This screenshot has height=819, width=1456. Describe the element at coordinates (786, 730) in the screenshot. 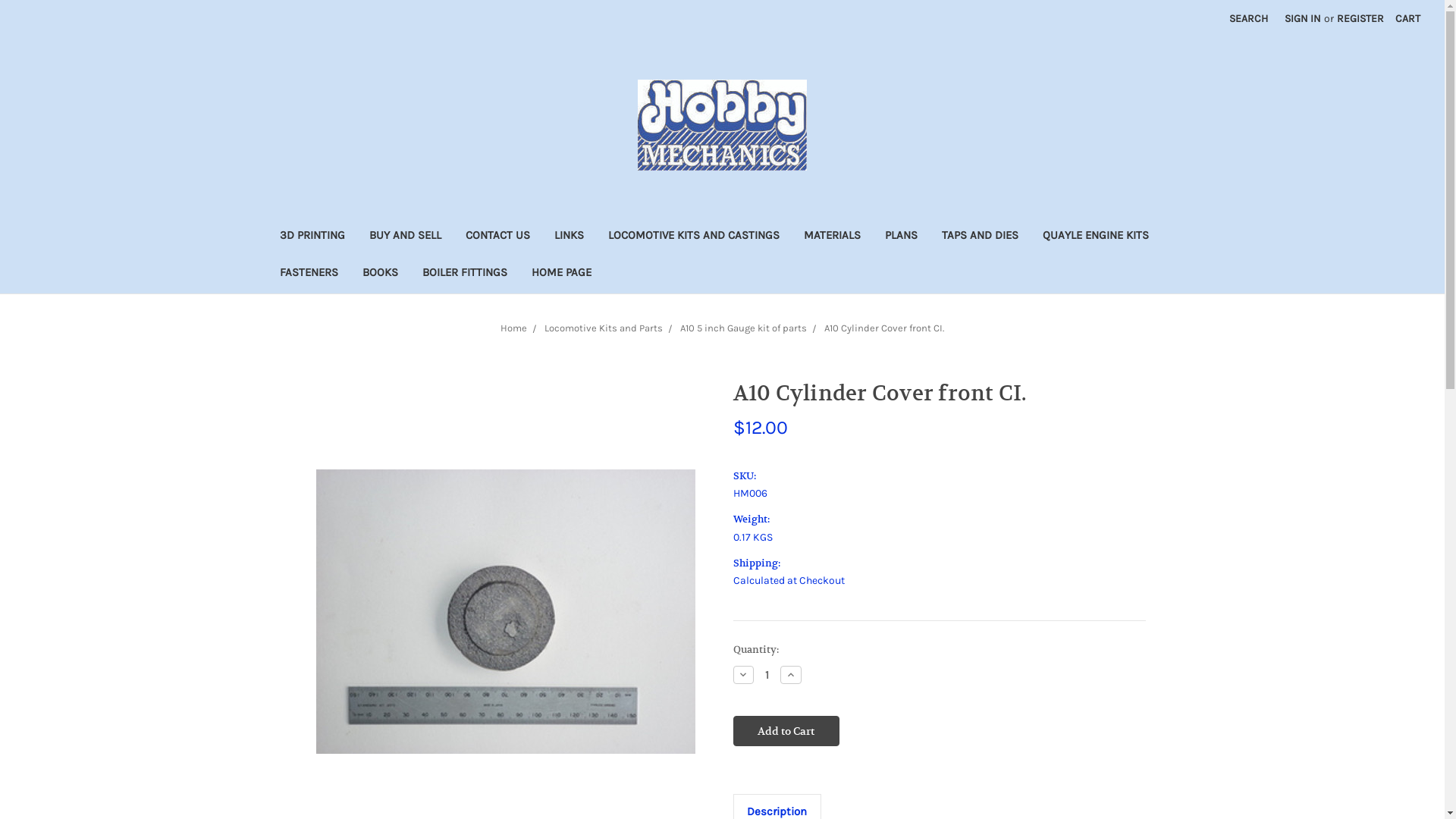

I see `'Add to Cart'` at that location.